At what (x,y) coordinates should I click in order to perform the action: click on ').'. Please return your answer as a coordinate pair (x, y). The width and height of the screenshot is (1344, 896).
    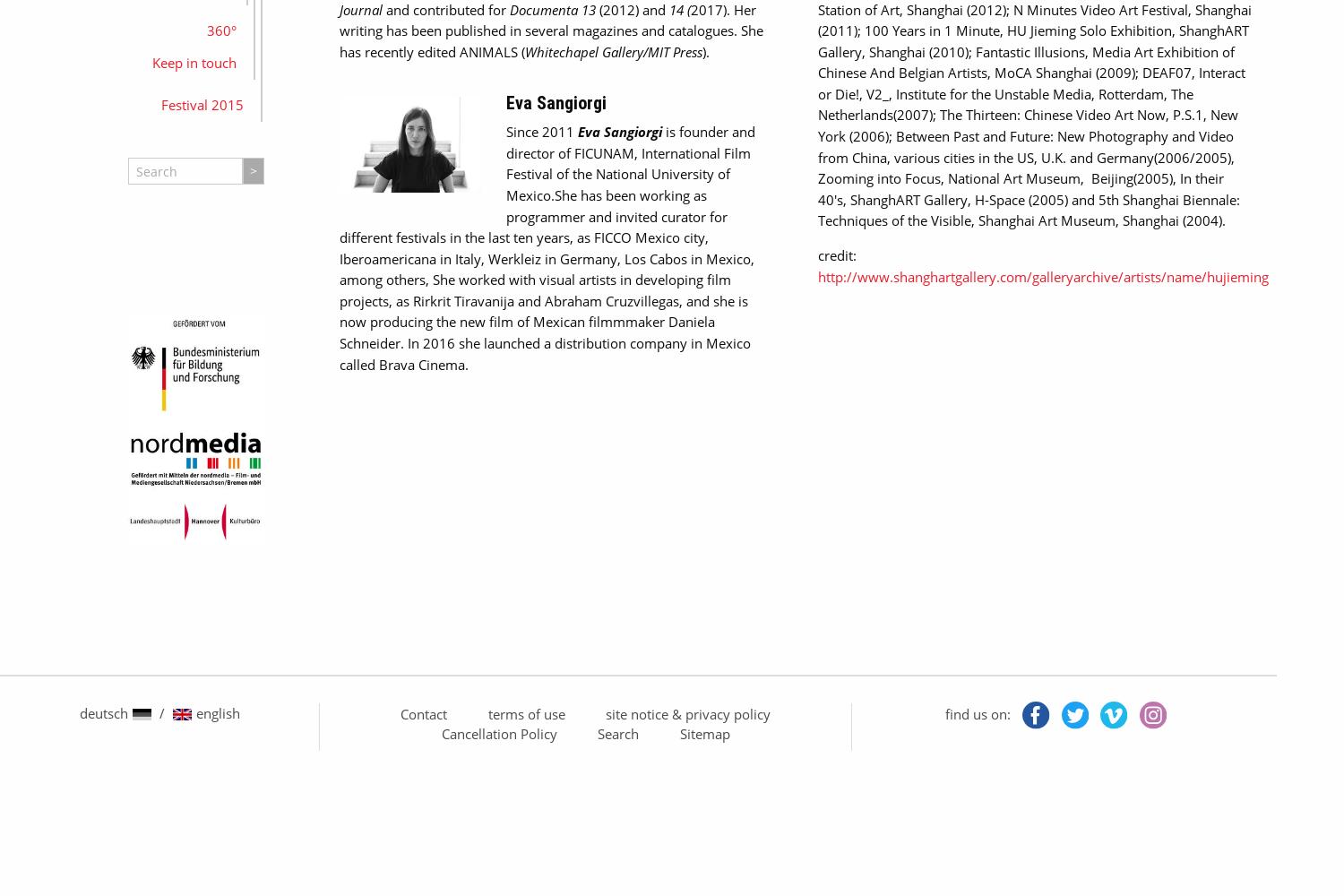
    Looking at the image, I should click on (705, 51).